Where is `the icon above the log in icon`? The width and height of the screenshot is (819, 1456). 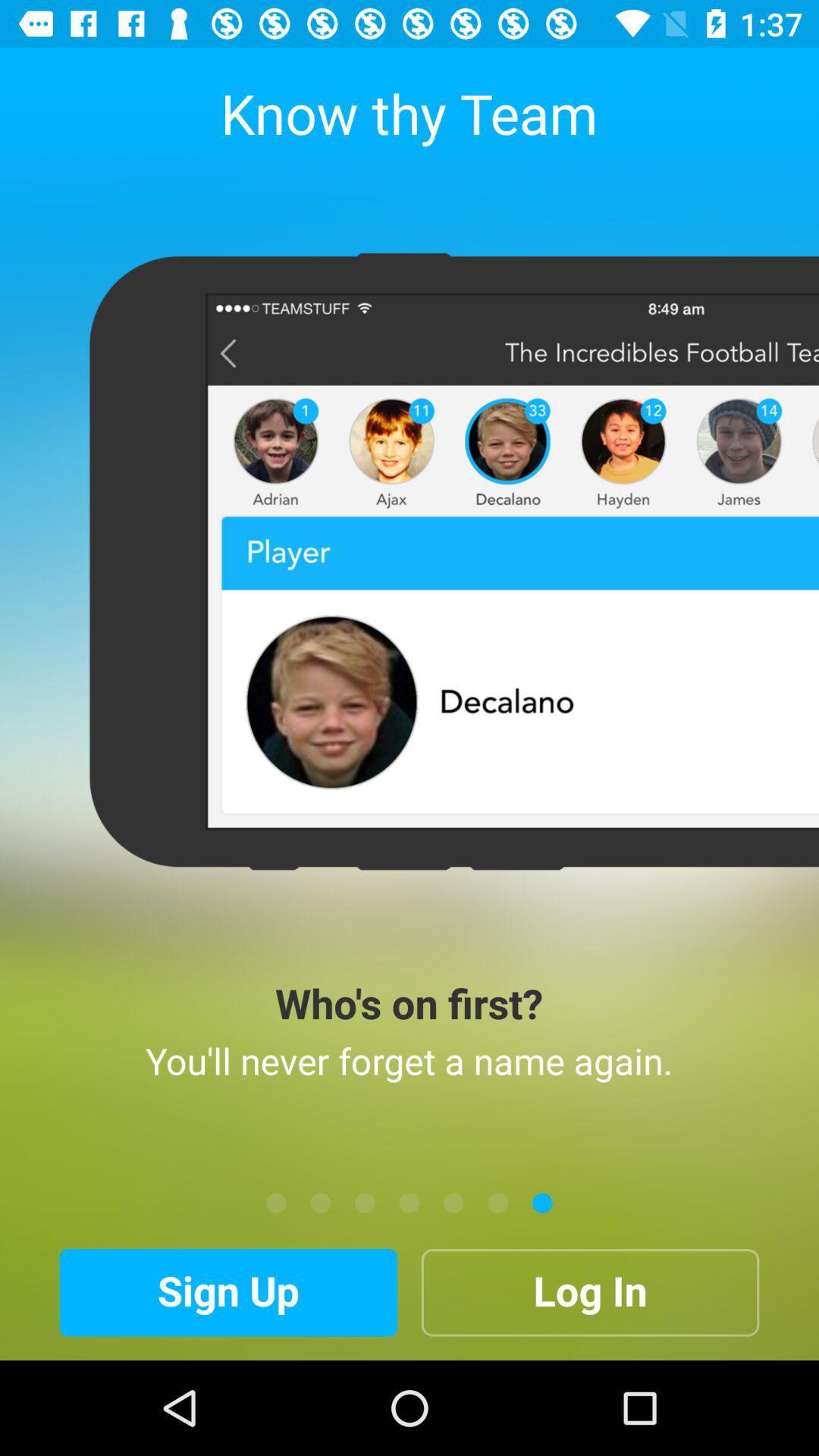
the icon above the log in icon is located at coordinates (497, 1202).